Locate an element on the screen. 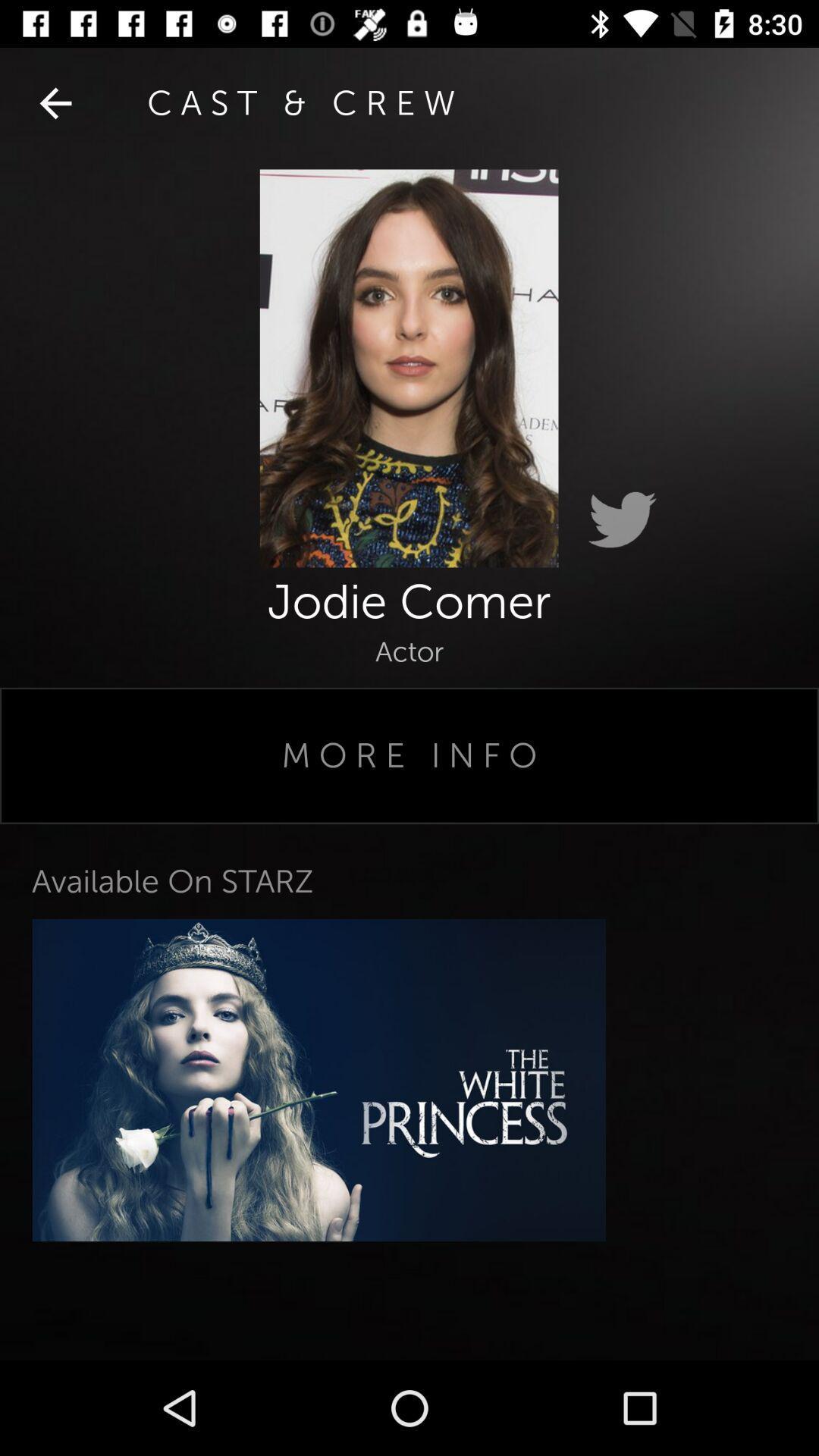  item next to cast & crew is located at coordinates (55, 102).